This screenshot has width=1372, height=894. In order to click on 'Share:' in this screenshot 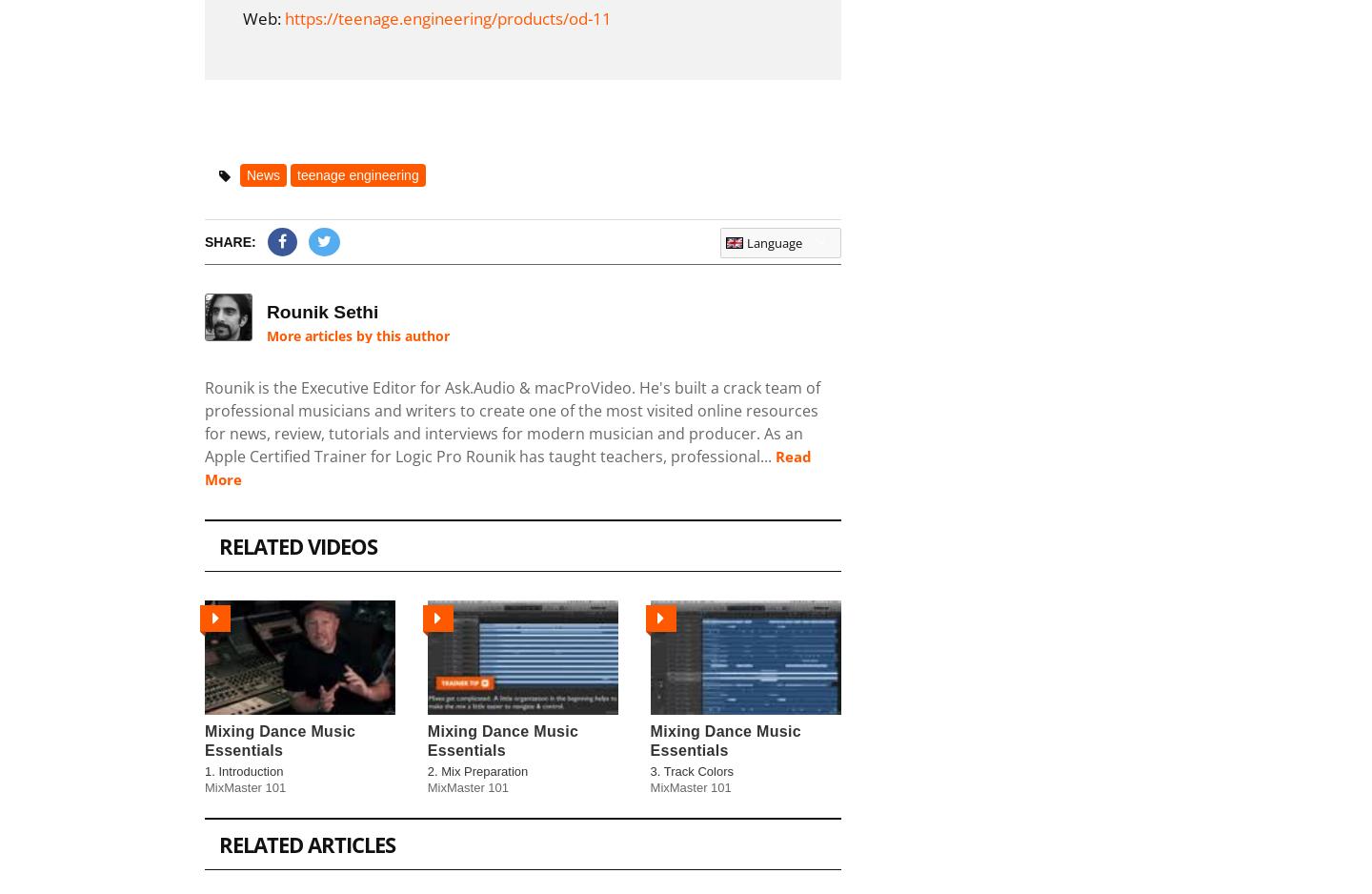, I will do `click(204, 239)`.